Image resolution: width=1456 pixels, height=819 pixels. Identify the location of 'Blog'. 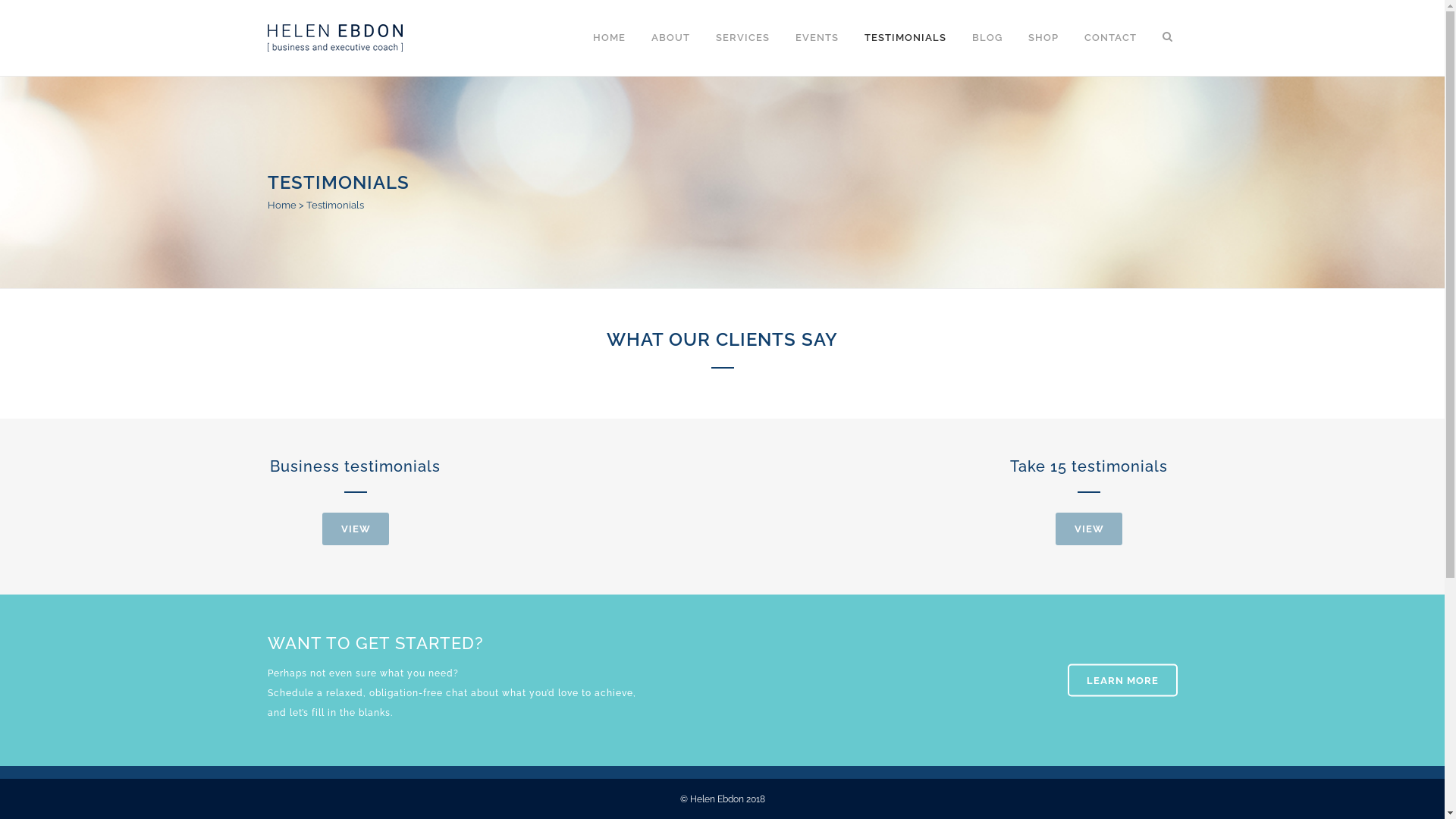
(736, 622).